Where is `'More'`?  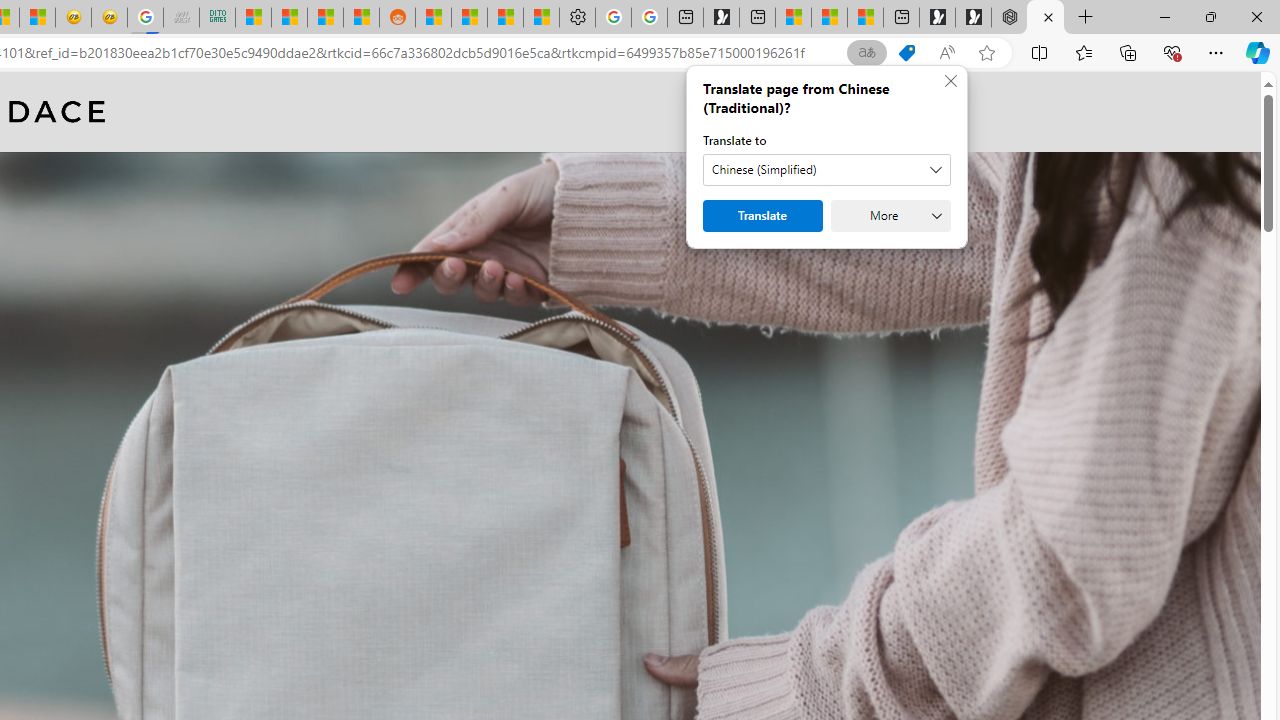
'More' is located at coordinates (889, 216).